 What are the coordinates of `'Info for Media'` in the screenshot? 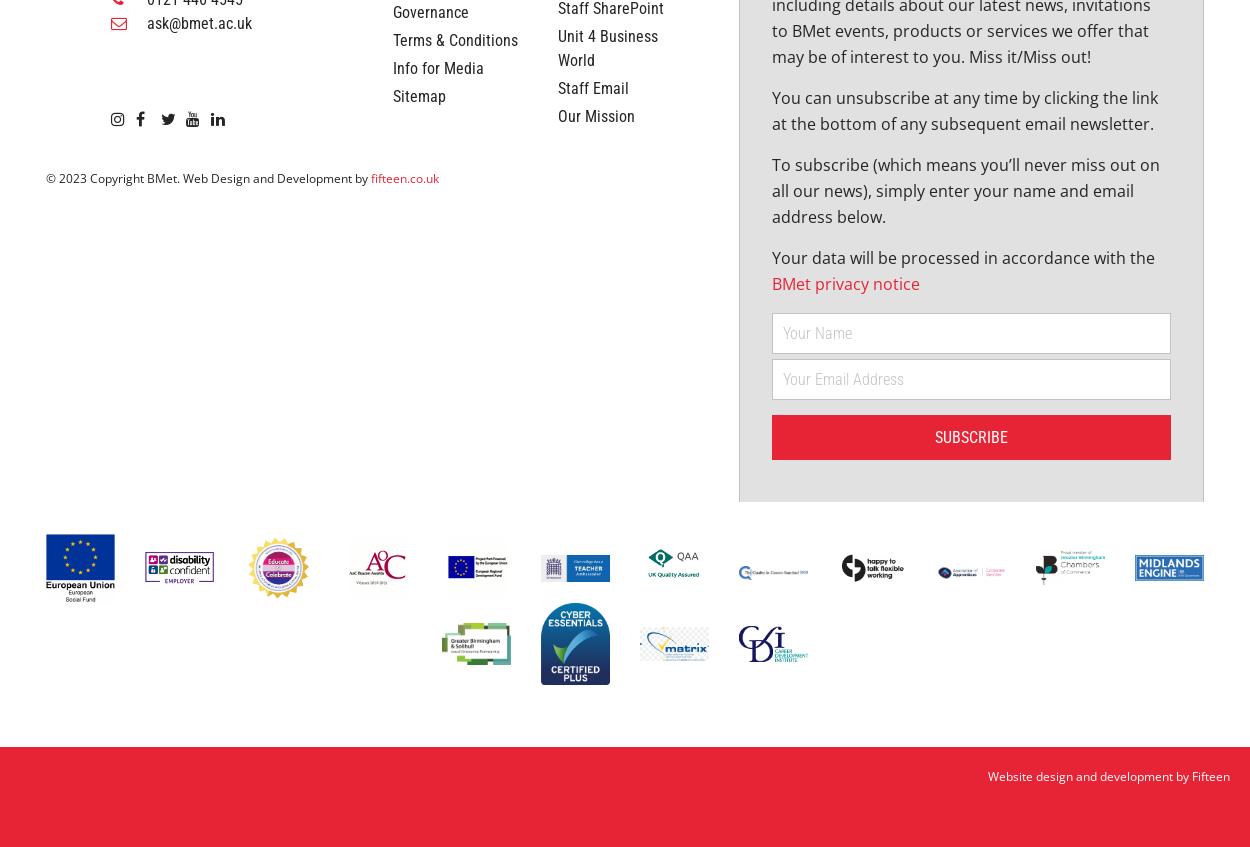 It's located at (437, 213).